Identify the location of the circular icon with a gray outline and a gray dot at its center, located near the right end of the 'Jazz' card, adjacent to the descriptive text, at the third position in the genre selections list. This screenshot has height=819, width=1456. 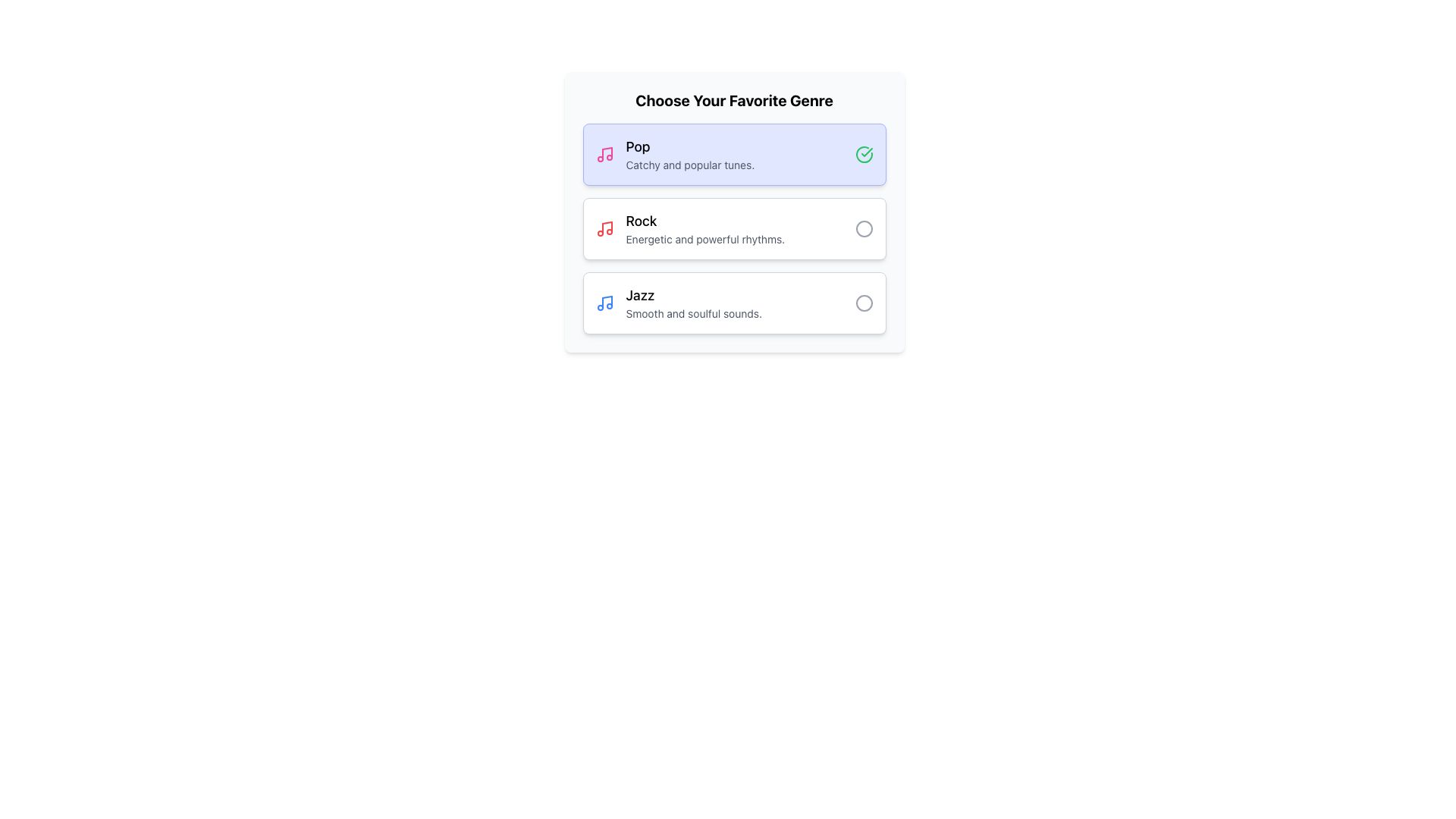
(864, 303).